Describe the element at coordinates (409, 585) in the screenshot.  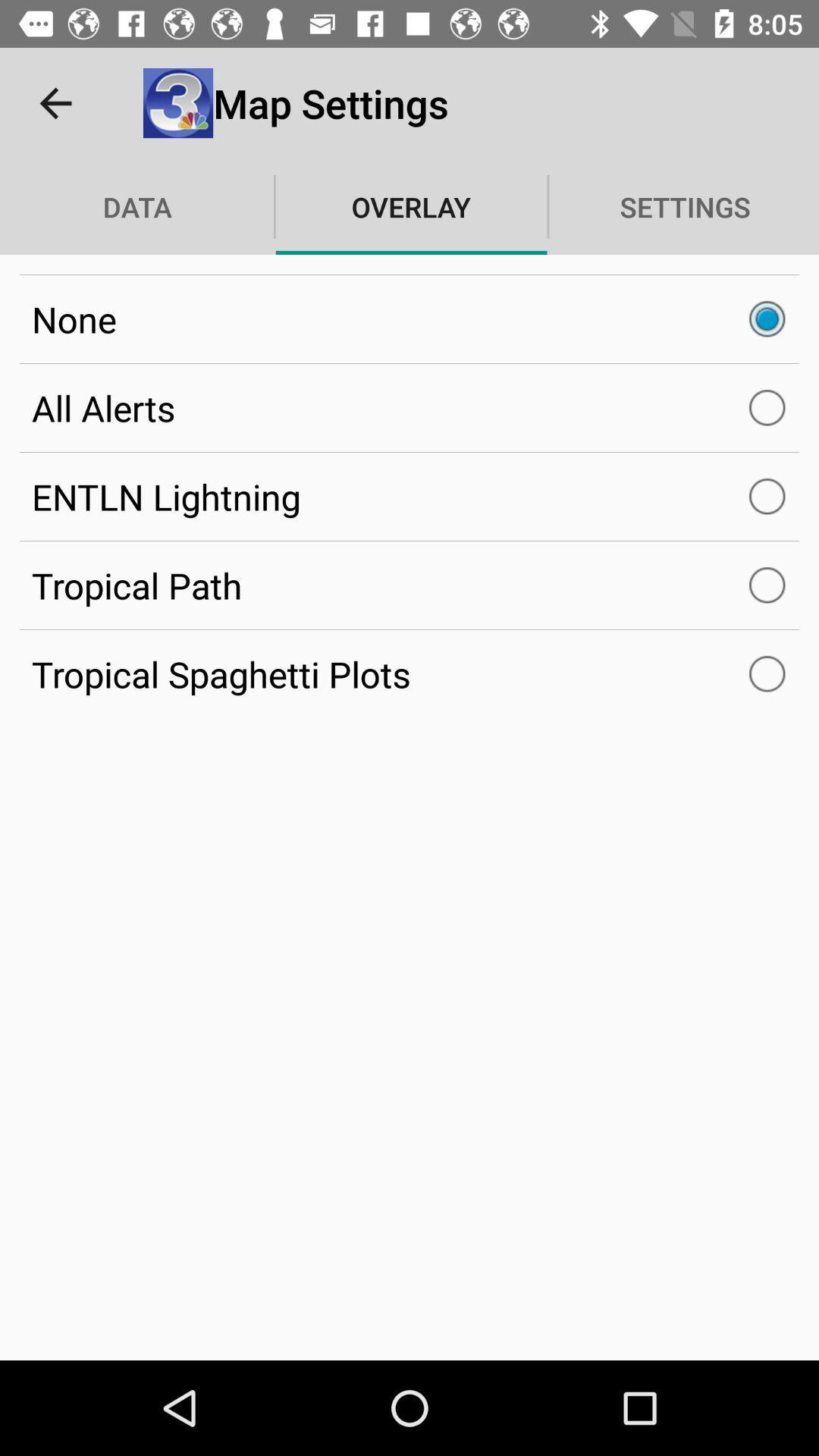
I see `the item below entln lightning item` at that location.